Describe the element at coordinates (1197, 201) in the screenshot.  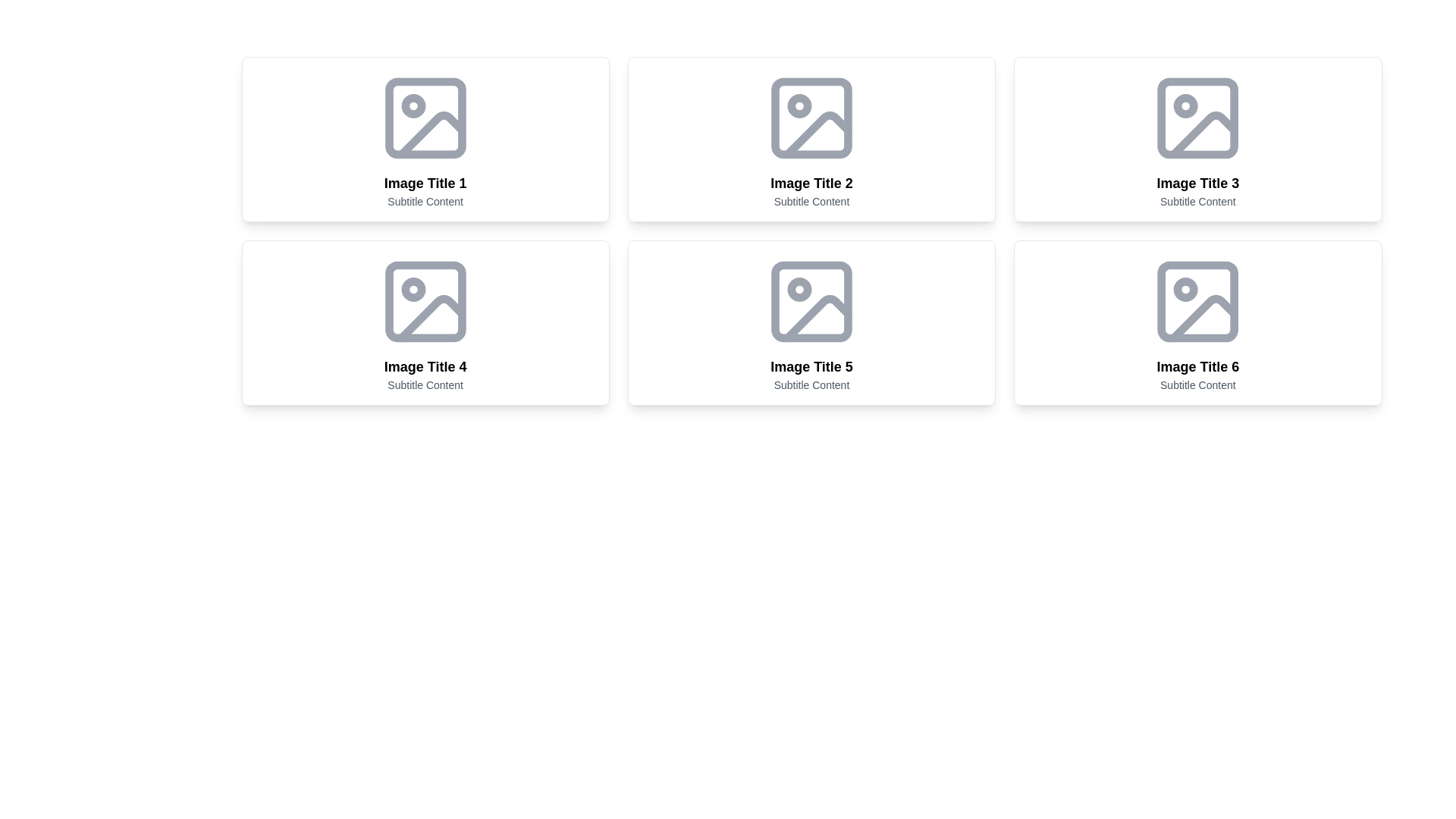
I see `text content of the subtitle located below the main title 'Image Title 3' within the third card of the grid layout` at that location.